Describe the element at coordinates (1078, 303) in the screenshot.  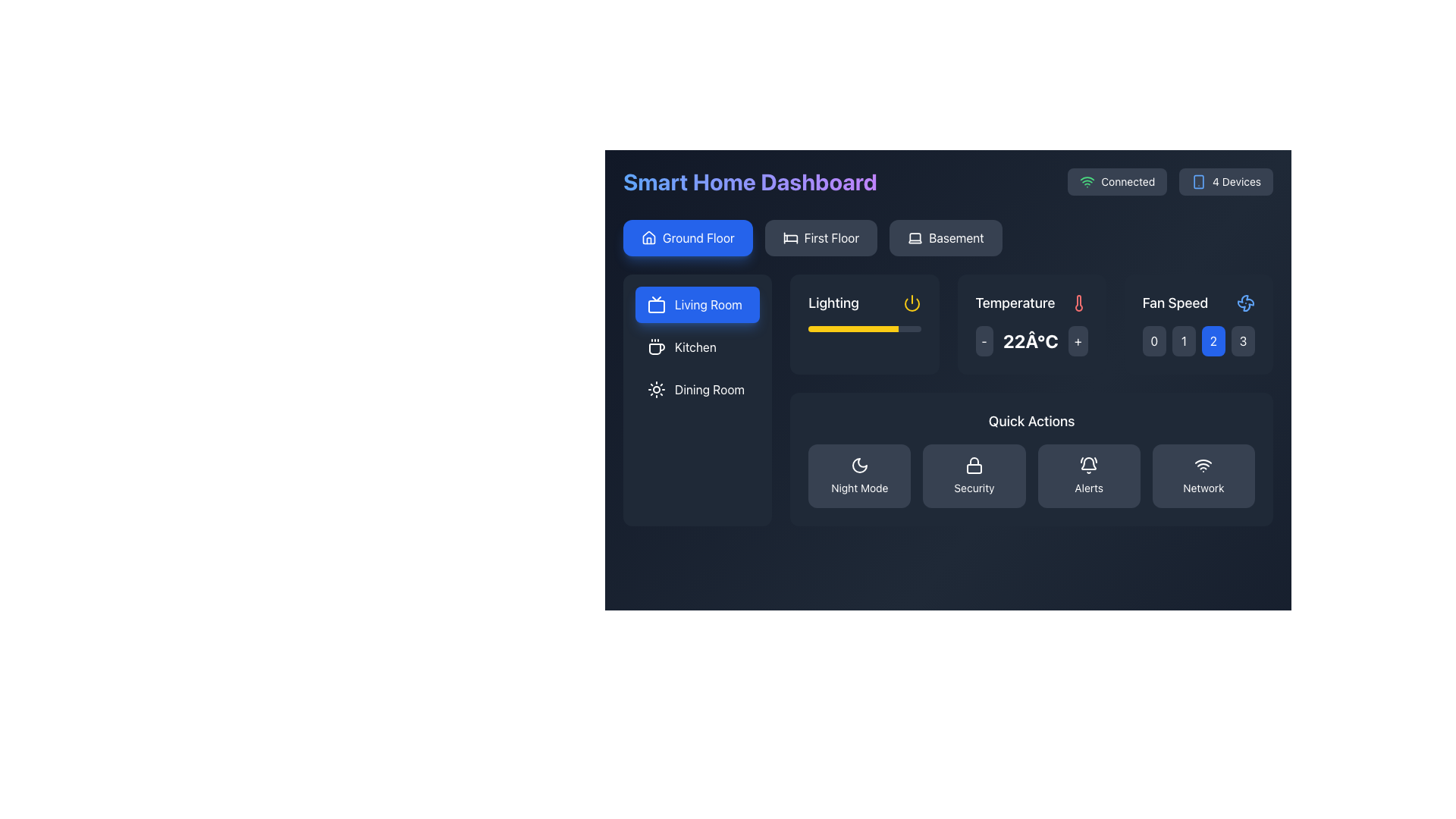
I see `the red thermometer icon located to the right of the 'Temperature' label and numeric value in the top right area of the interface` at that location.